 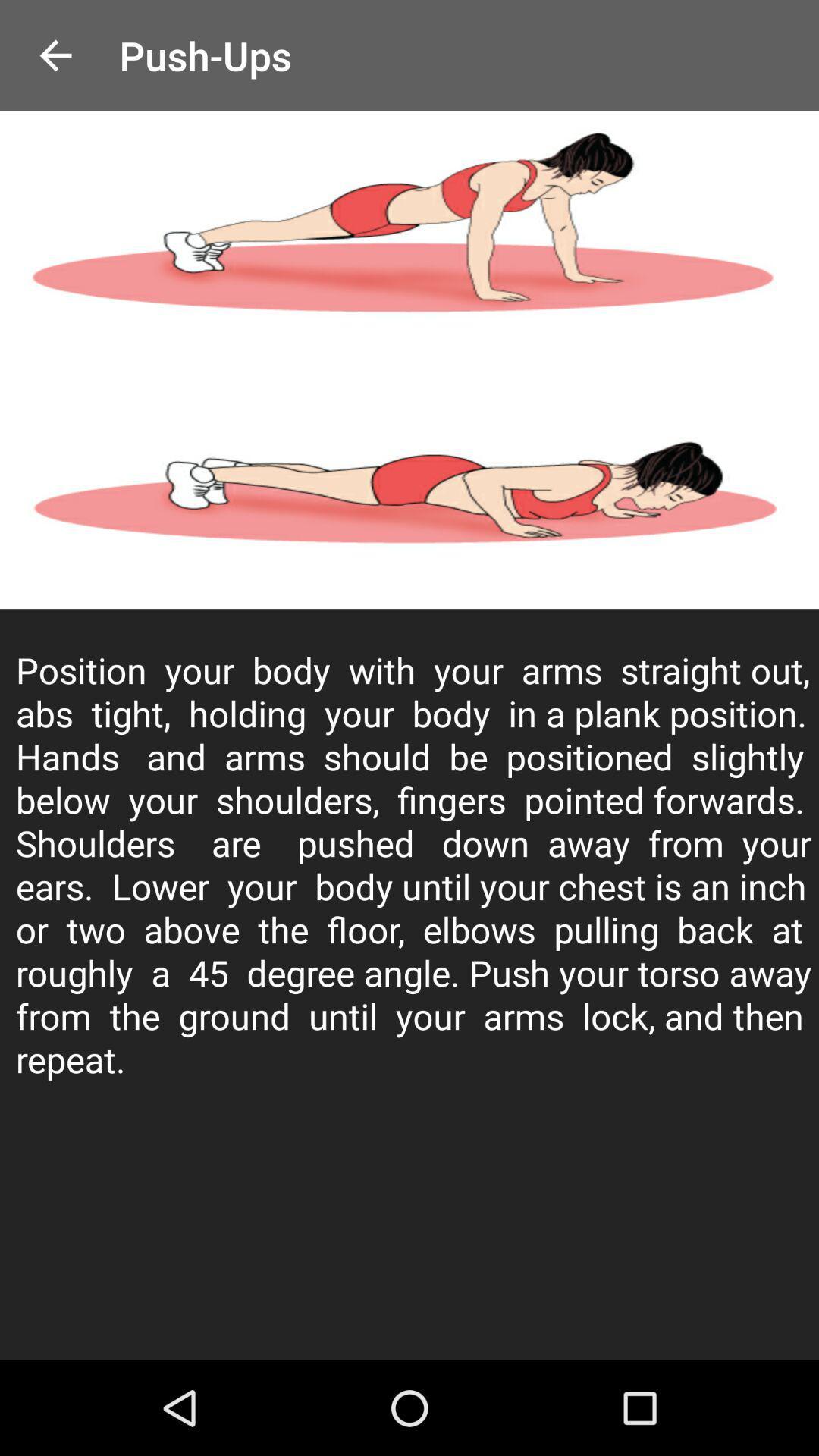 What do you see at coordinates (55, 55) in the screenshot?
I see `app next to push-ups app` at bounding box center [55, 55].